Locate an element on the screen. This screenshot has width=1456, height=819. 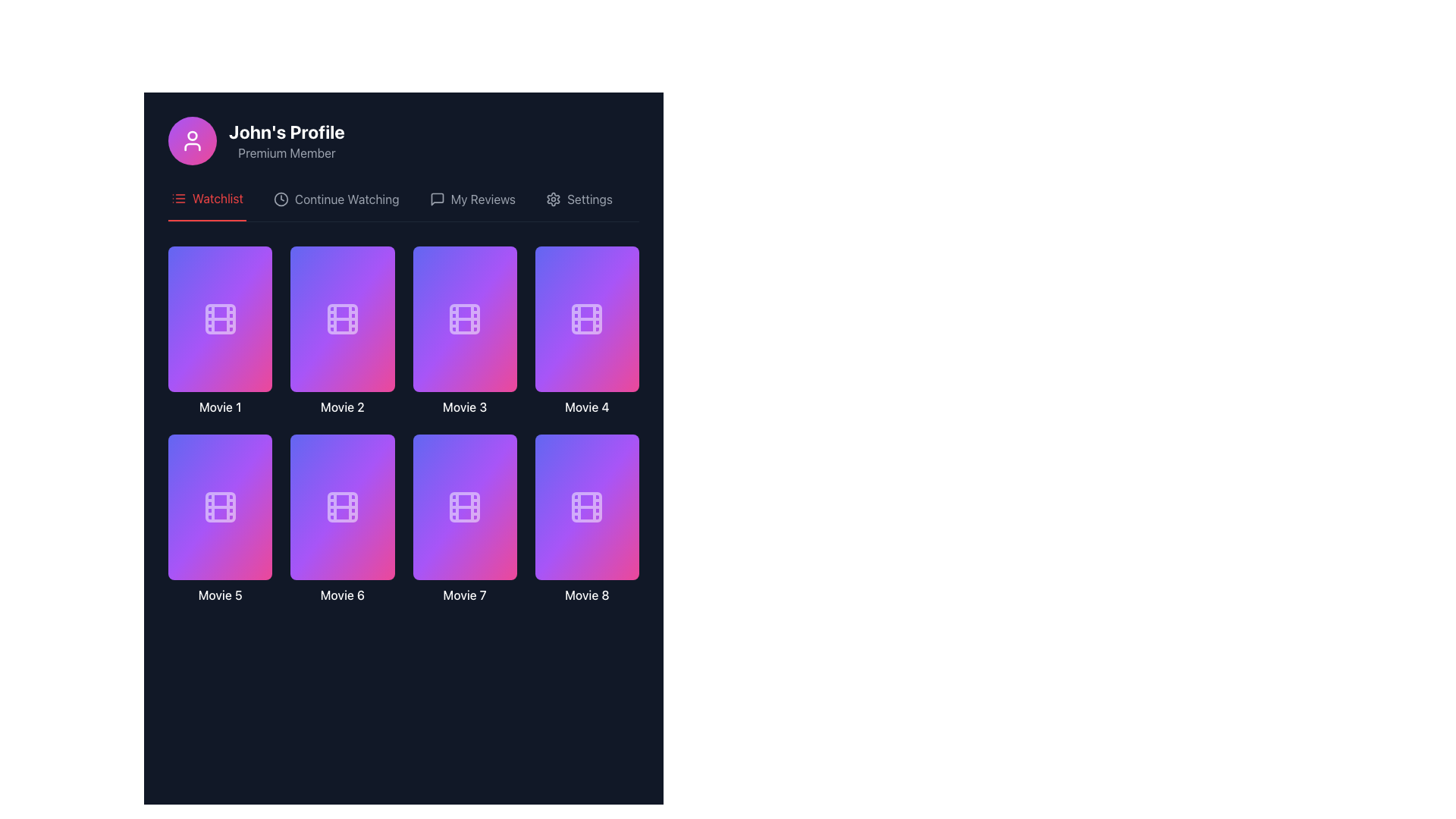
the Clickable Card representing a movie entry, positioned in the second column and first row of the grid is located at coordinates (341, 330).